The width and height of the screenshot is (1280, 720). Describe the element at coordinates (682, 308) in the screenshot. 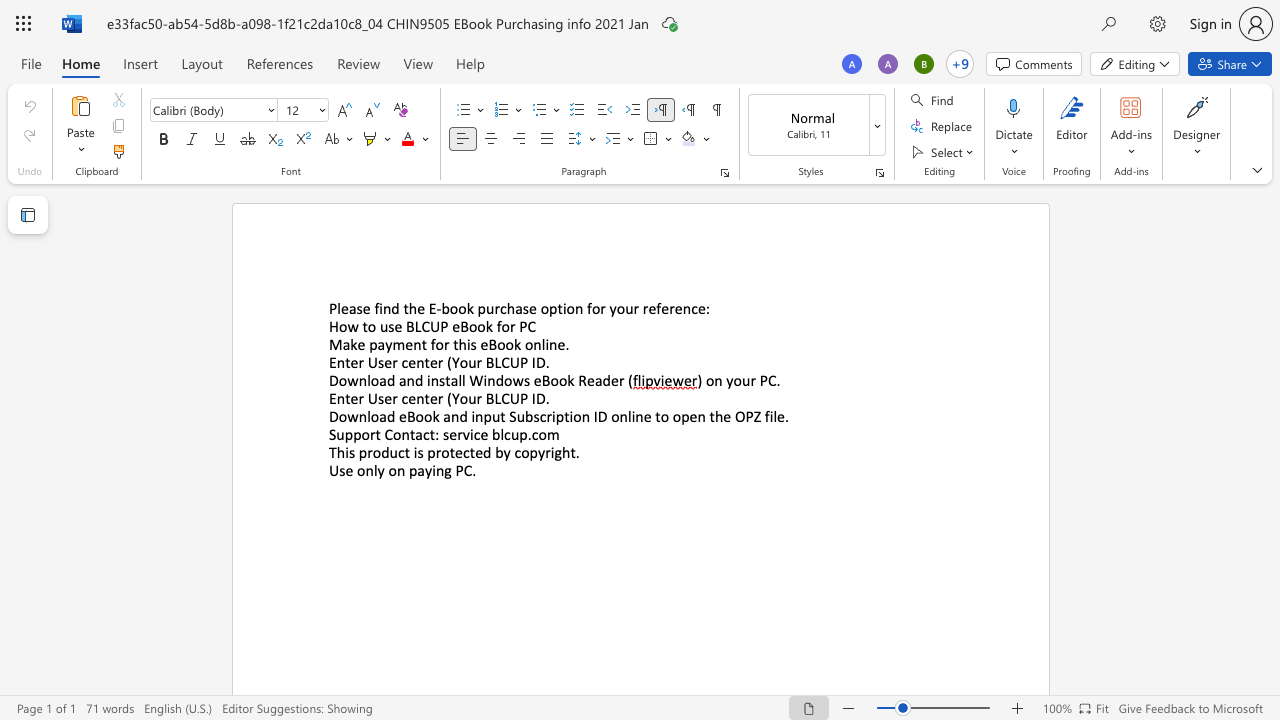

I see `the space between the continuous character "e" and "n" in the text` at that location.